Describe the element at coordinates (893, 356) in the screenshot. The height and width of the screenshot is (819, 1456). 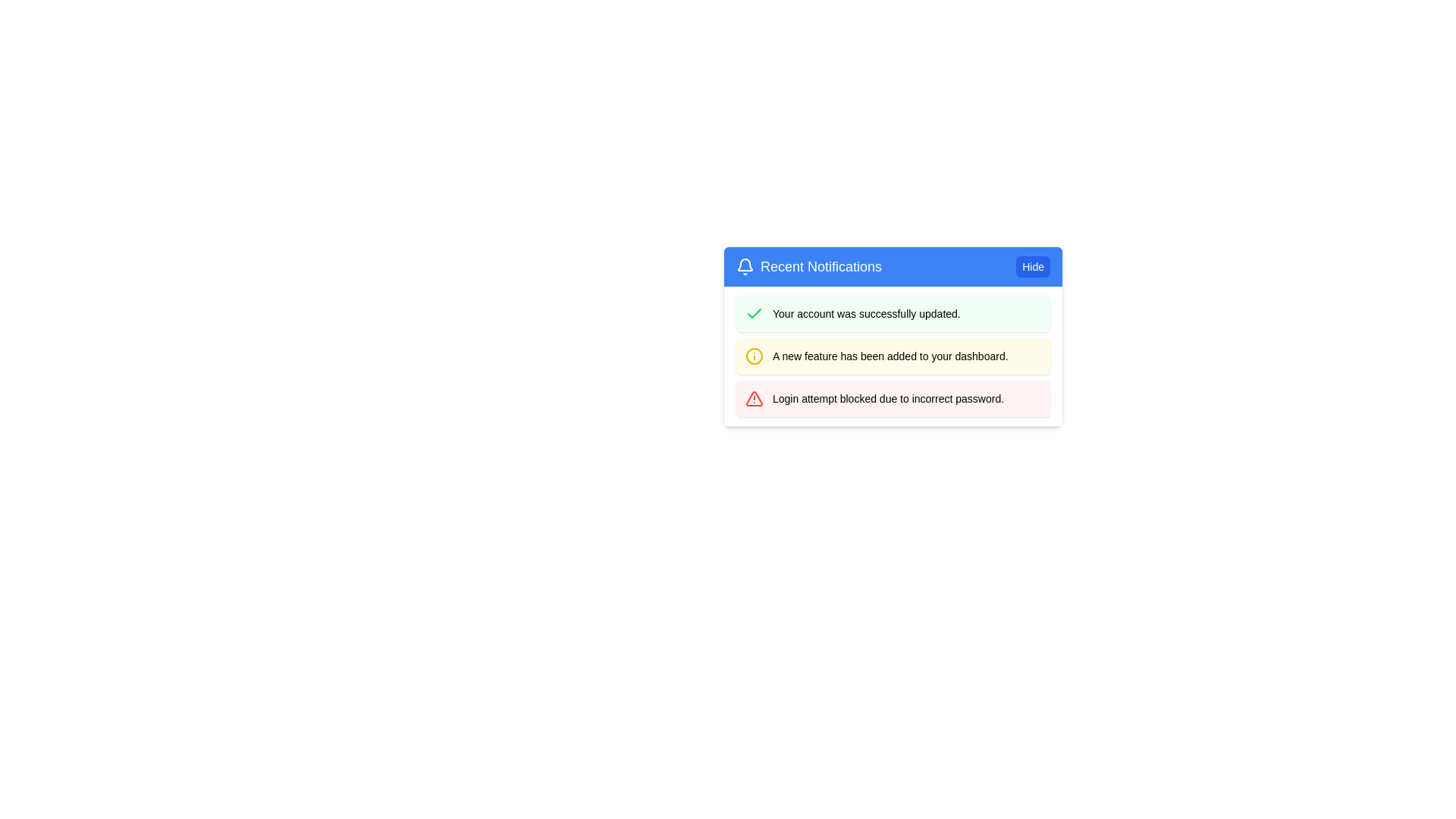
I see `the informational notification box that informs the user about a newly added feature in their dashboard, located between the green success message and the red error alert` at that location.